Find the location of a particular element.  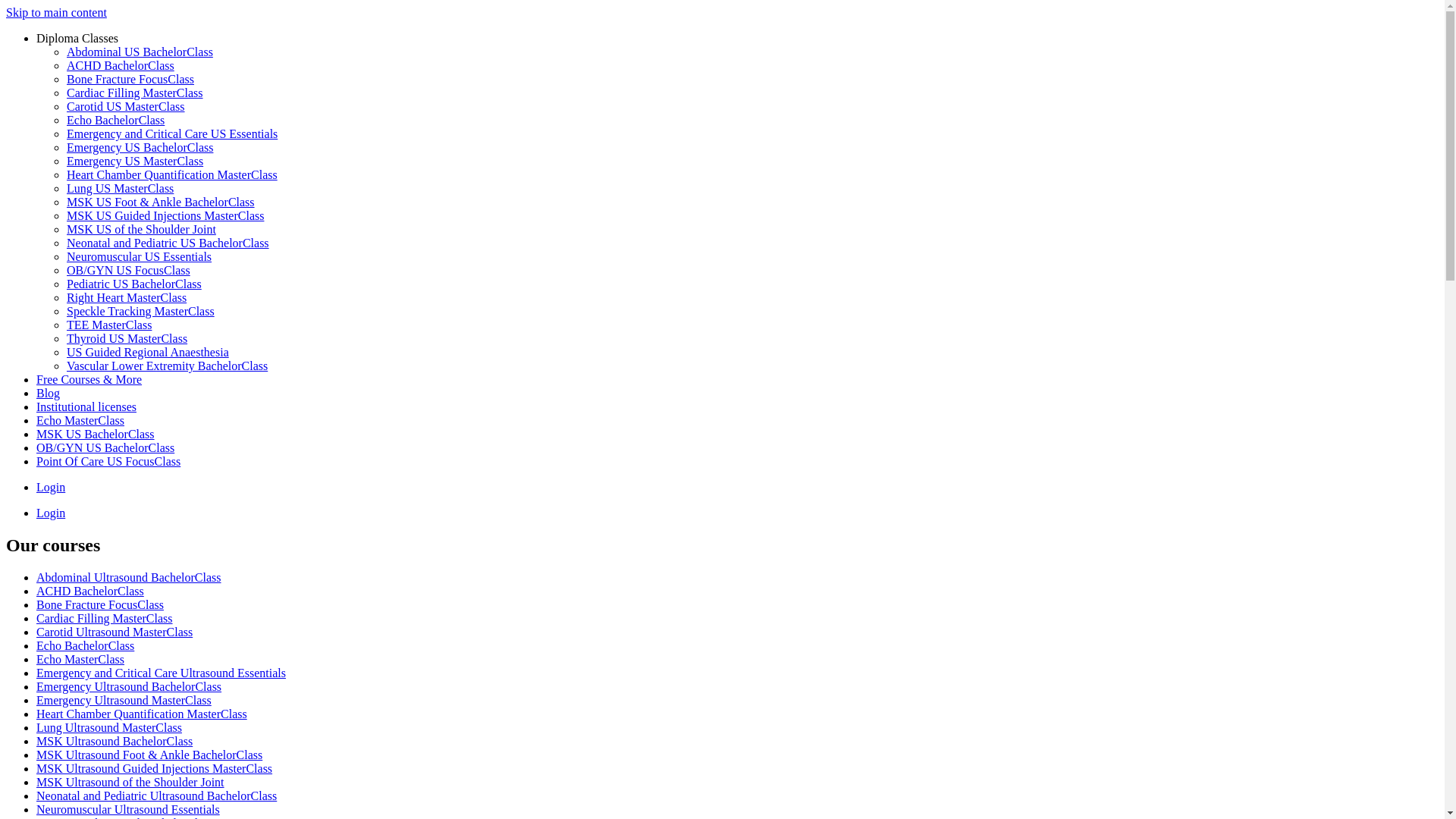

'Lung US MasterClass' is located at coordinates (119, 187).